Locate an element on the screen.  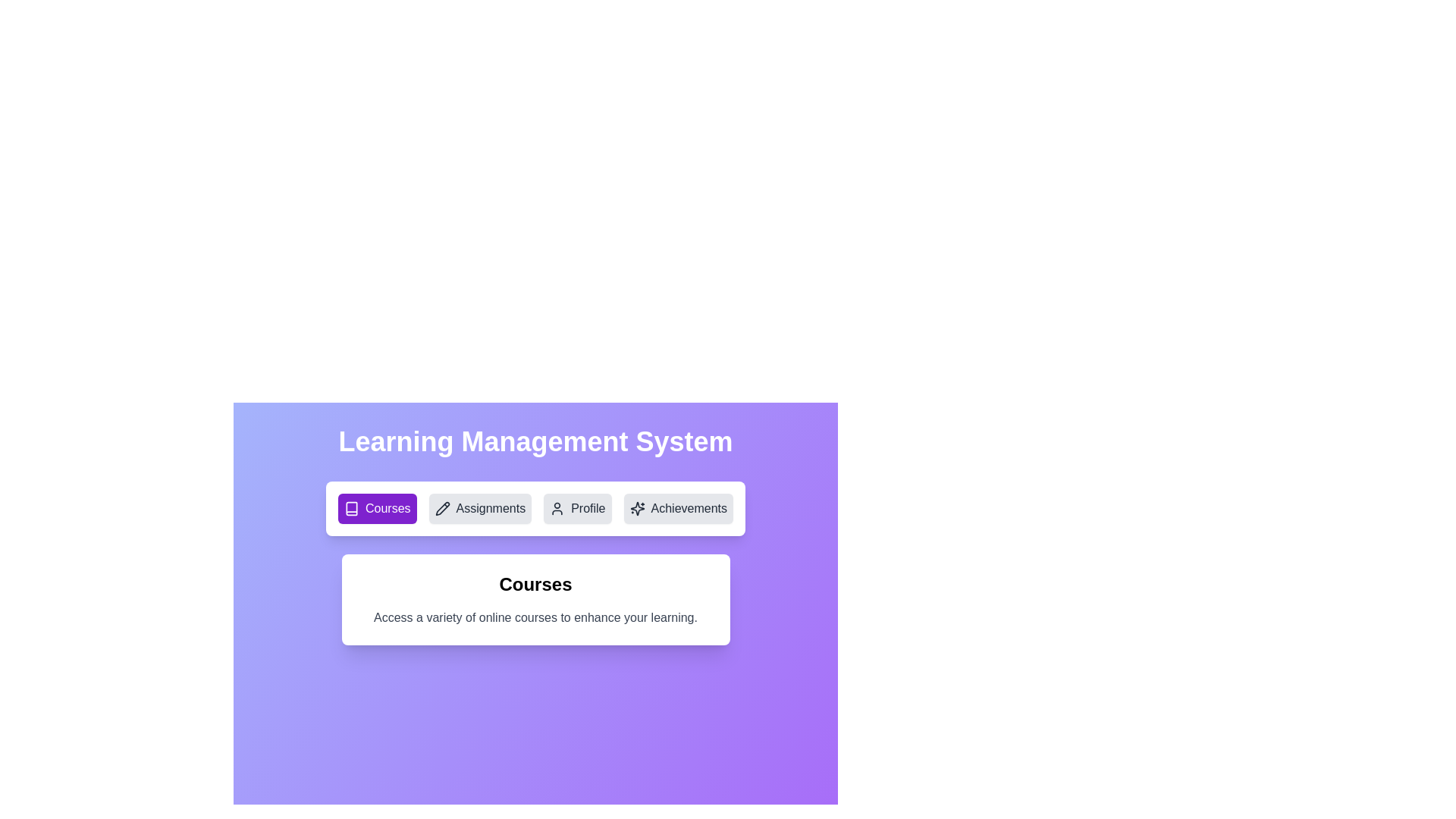
the Achievements tab by clicking its button is located at coordinates (677, 509).